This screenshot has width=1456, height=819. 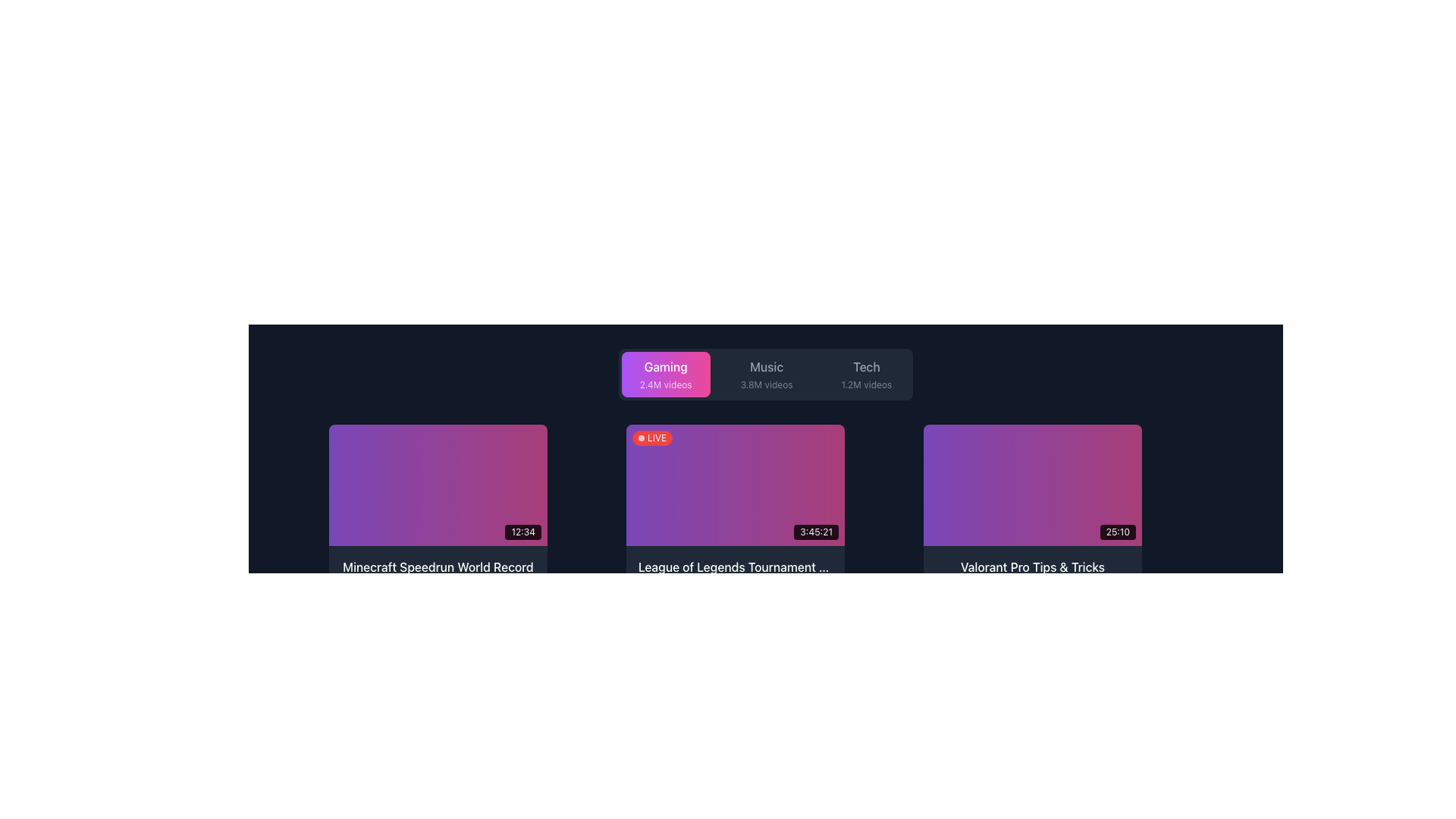 What do you see at coordinates (767, 366) in the screenshot?
I see `text label indicating the 'Music' category, which is centrally located in the navigation bar above the '3.8M videos' subtext` at bounding box center [767, 366].